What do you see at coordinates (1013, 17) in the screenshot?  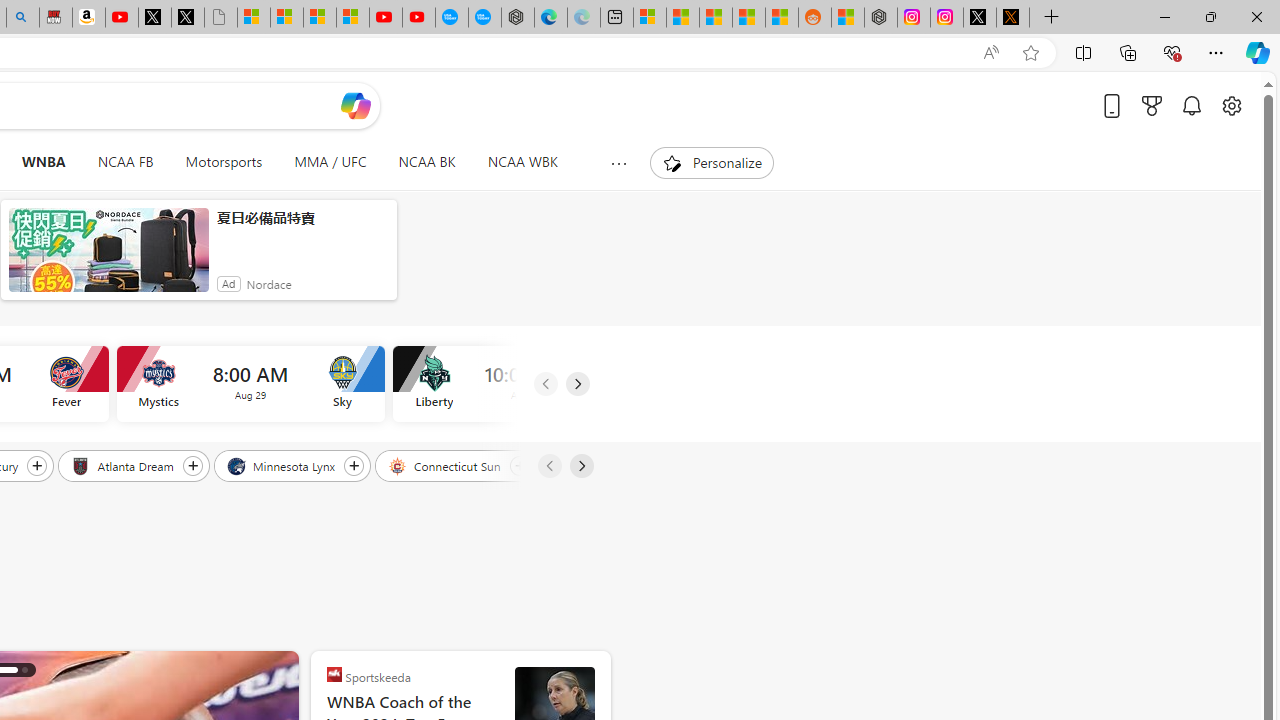 I see `'help.x.com | 524: A timeout occurred'` at bounding box center [1013, 17].